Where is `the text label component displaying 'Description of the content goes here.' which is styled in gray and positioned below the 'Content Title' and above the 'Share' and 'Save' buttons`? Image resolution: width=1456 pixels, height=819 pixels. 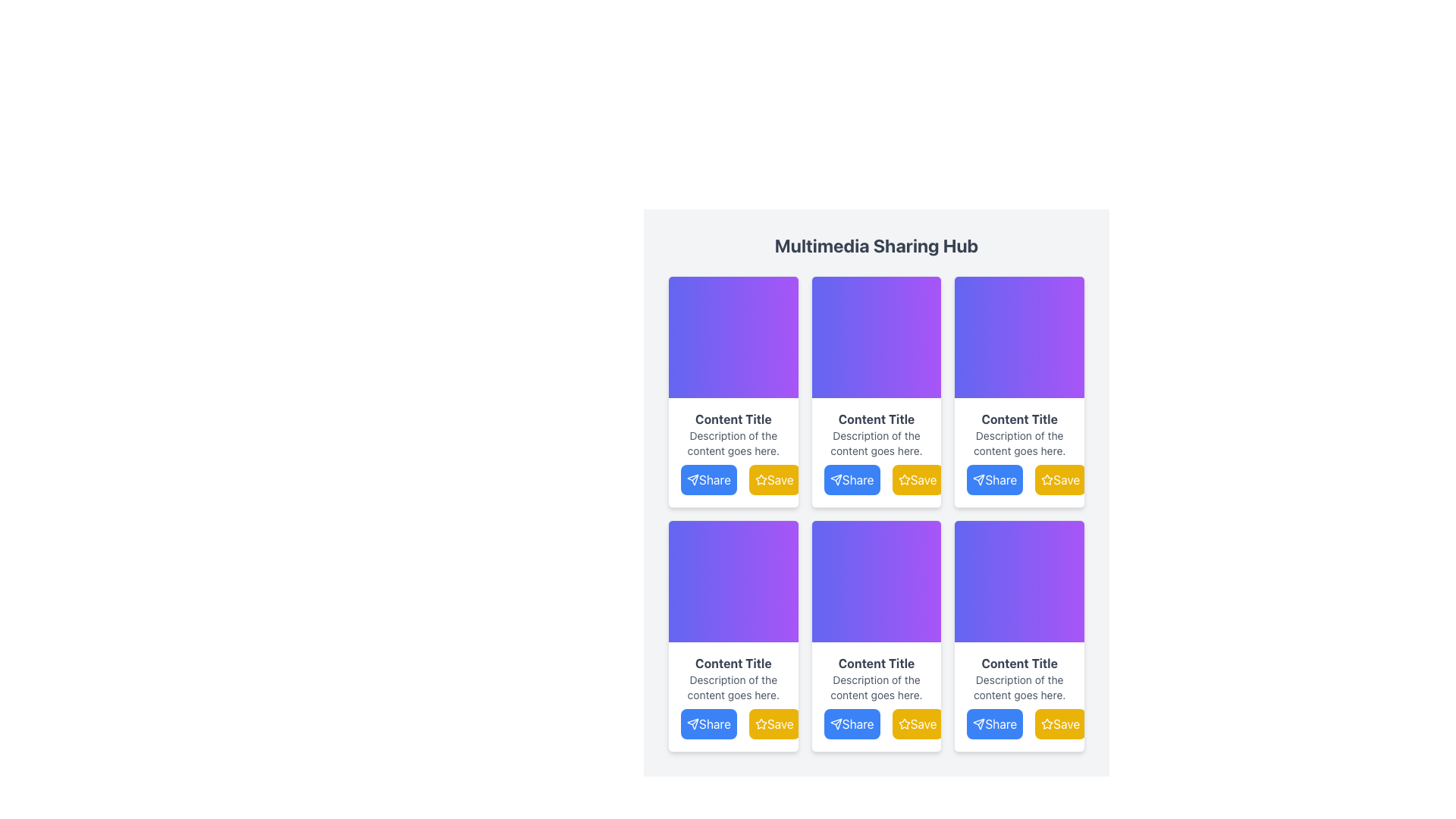
the text label component displaying 'Description of the content goes here.' which is styled in gray and positioned below the 'Content Title' and above the 'Share' and 'Save' buttons is located at coordinates (733, 444).